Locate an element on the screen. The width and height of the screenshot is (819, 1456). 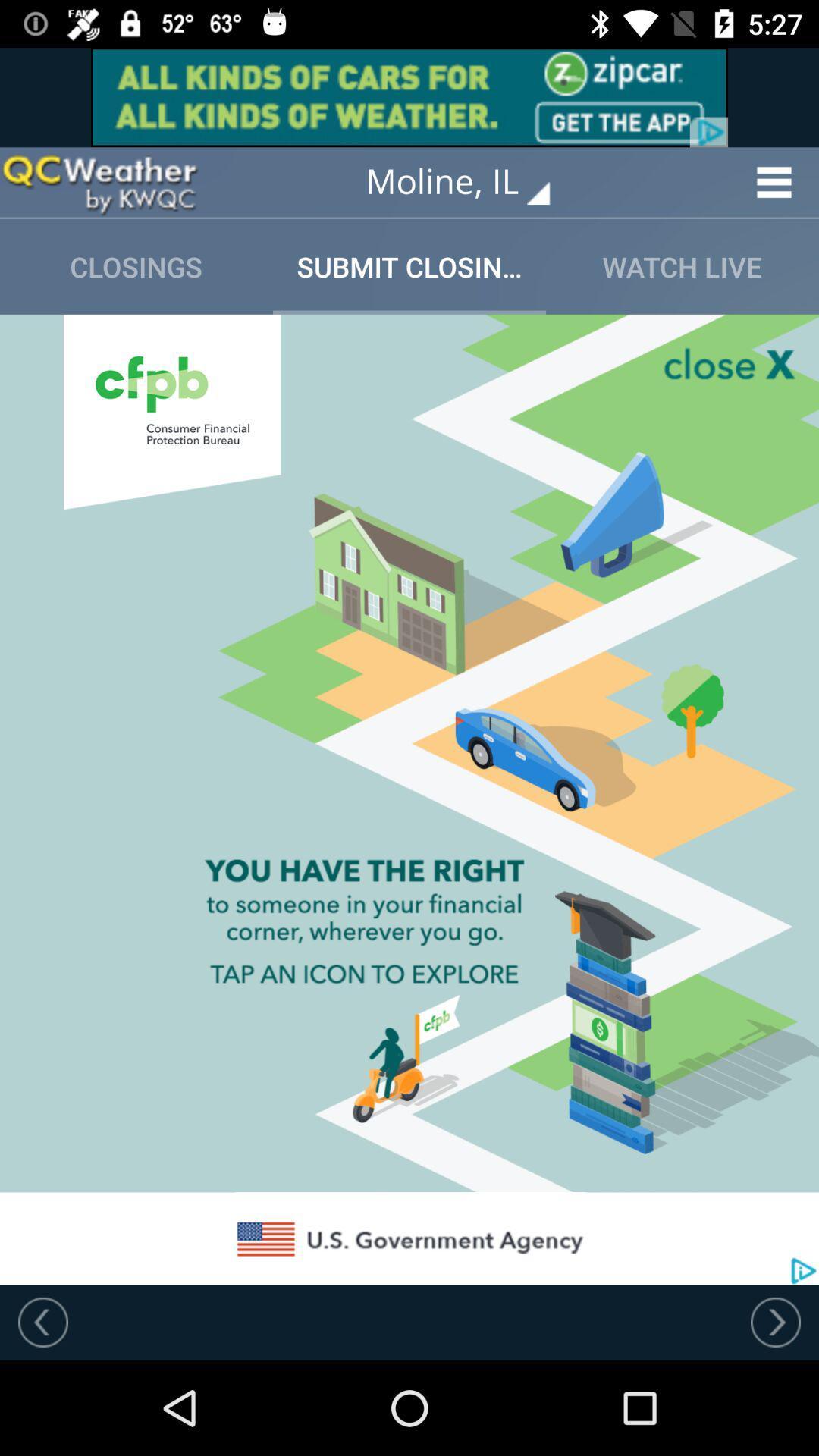
advertisement is located at coordinates (409, 96).